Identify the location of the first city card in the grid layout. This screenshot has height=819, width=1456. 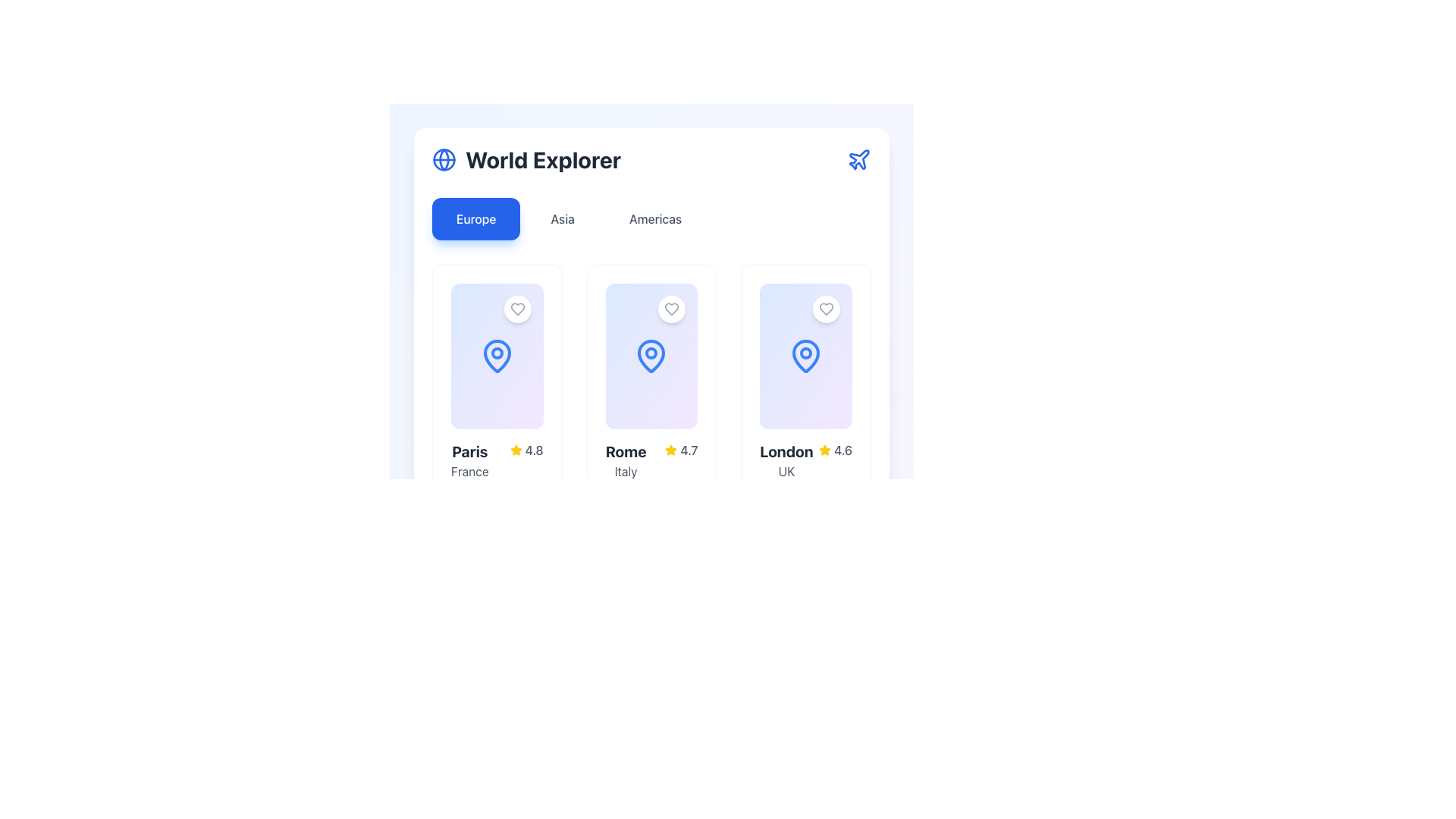
(497, 426).